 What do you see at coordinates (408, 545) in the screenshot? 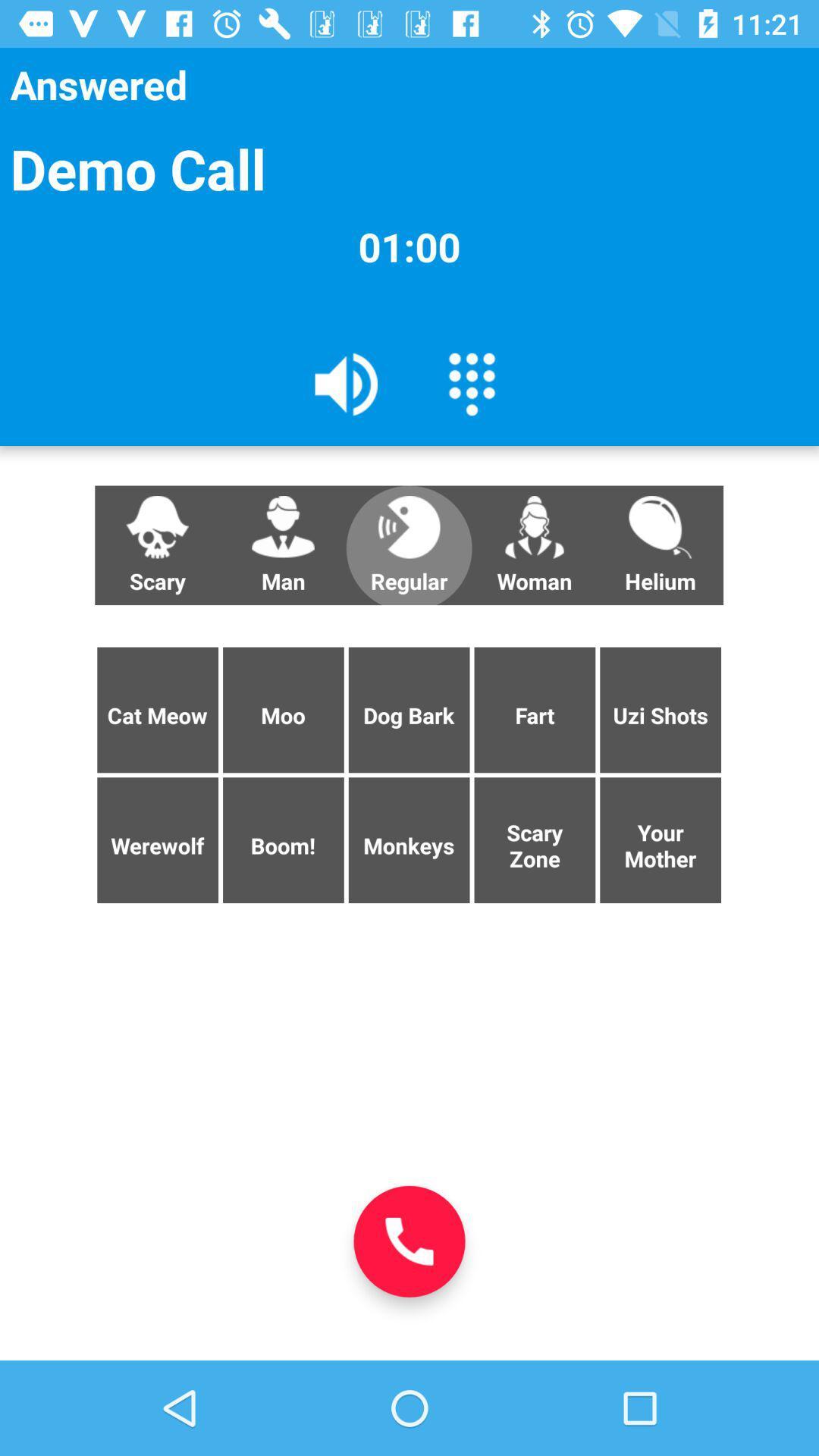
I see `icon next to the man item` at bounding box center [408, 545].